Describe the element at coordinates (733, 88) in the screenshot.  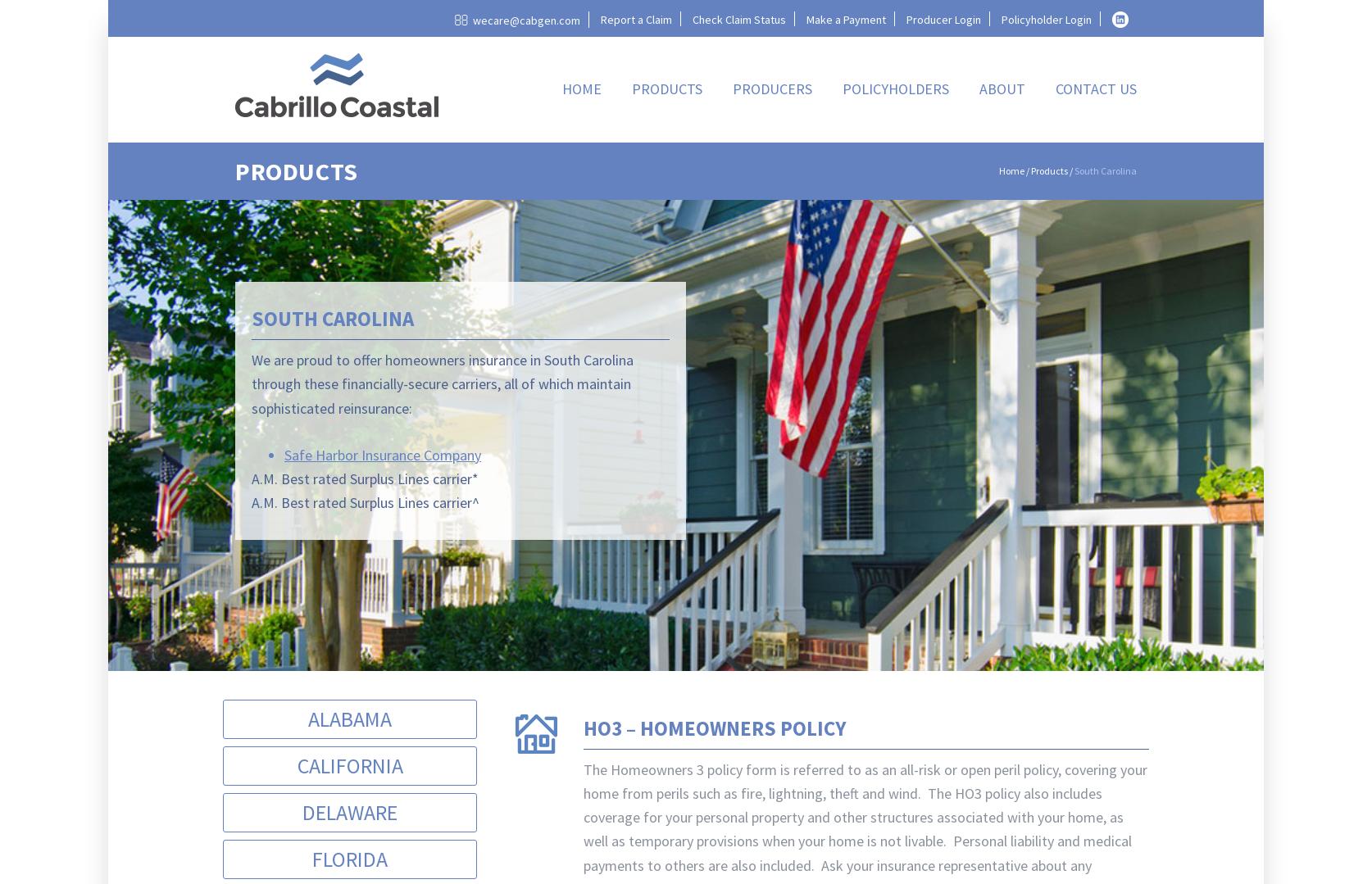
I see `'Producers'` at that location.